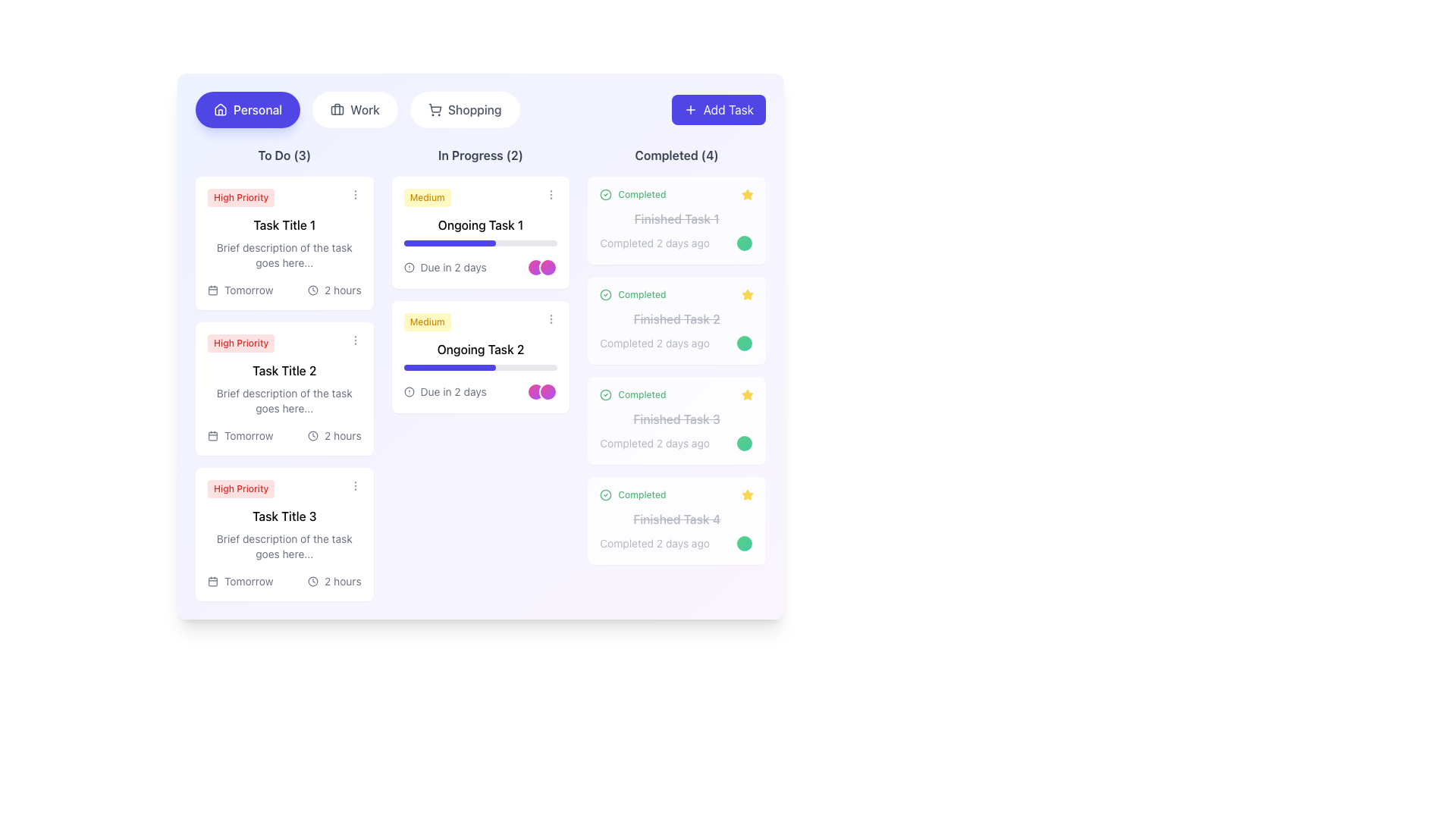 The width and height of the screenshot is (1456, 819). I want to click on the circular decorative UI element with a gradient filling from pink to purple and a white border, located at the bottom-right corner of the 'Ongoing Task 2' card under the 'In Progress' column, so click(536, 391).